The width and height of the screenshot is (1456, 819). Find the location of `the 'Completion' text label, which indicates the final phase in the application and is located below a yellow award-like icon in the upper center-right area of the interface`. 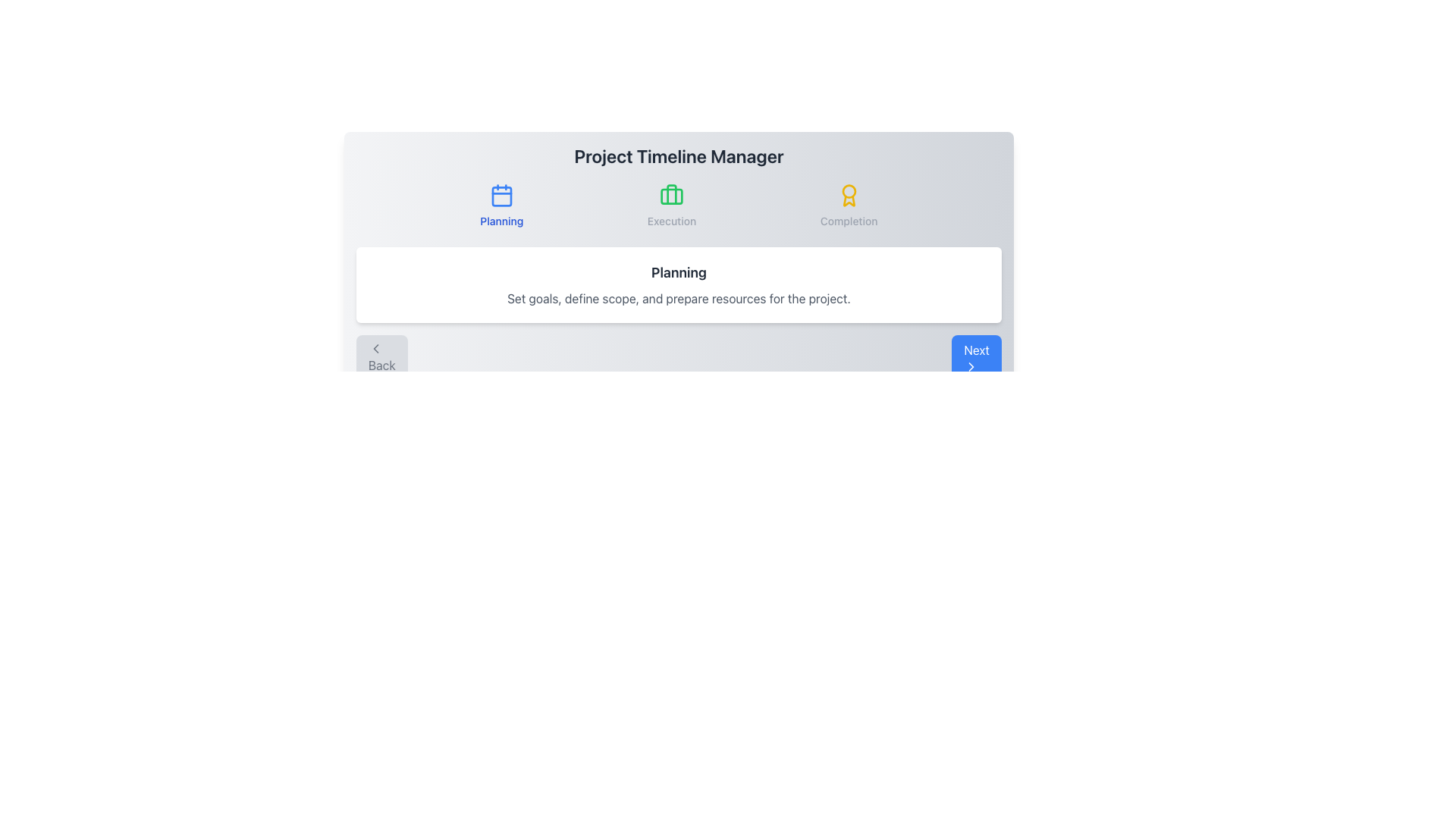

the 'Completion' text label, which indicates the final phase in the application and is located below a yellow award-like icon in the upper center-right area of the interface is located at coordinates (848, 221).